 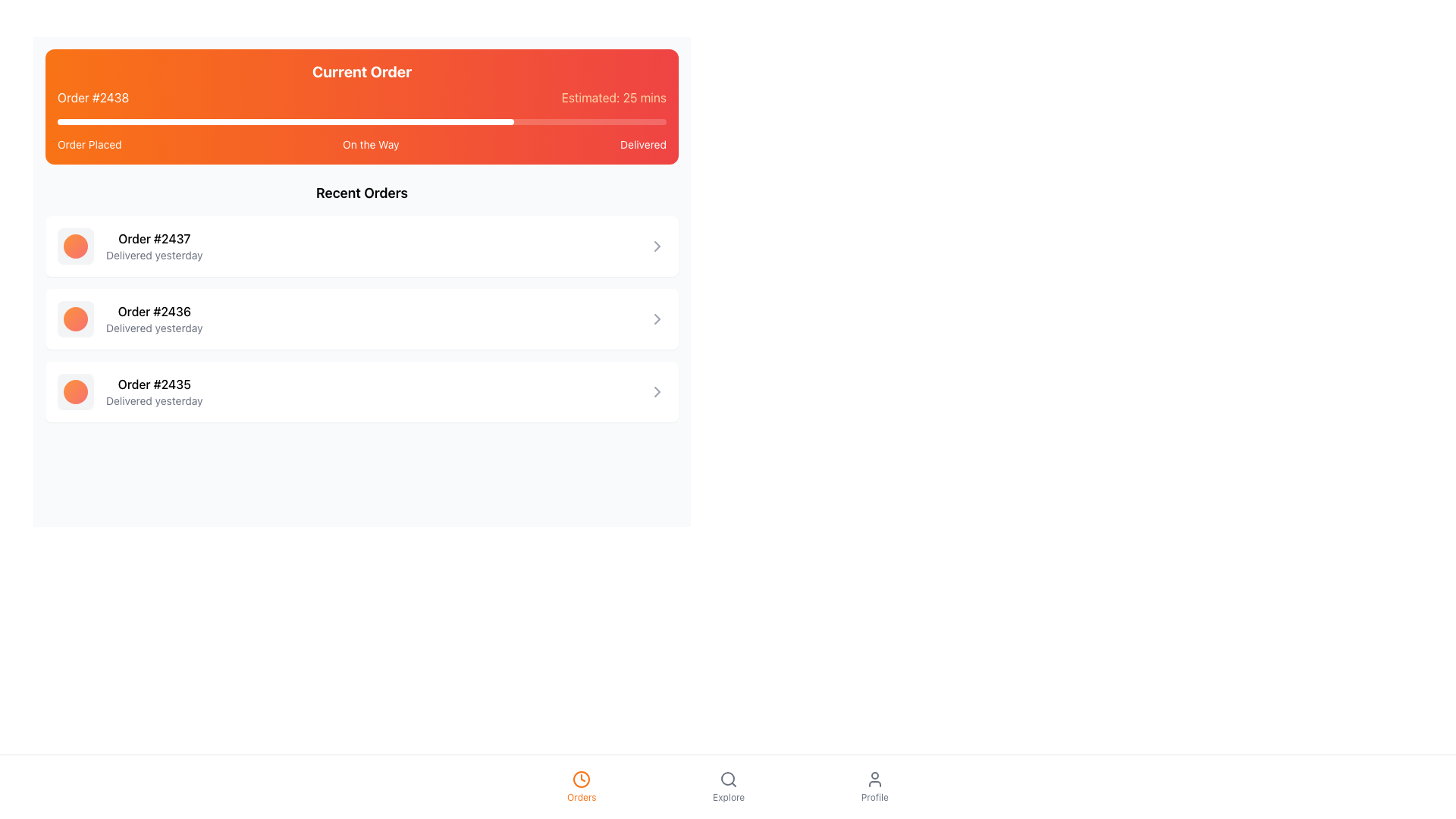 I want to click on the text block displaying information about the completed order, specifically the first element in the 'Recent Orders' section that shows the order number and its status, so click(x=154, y=245).